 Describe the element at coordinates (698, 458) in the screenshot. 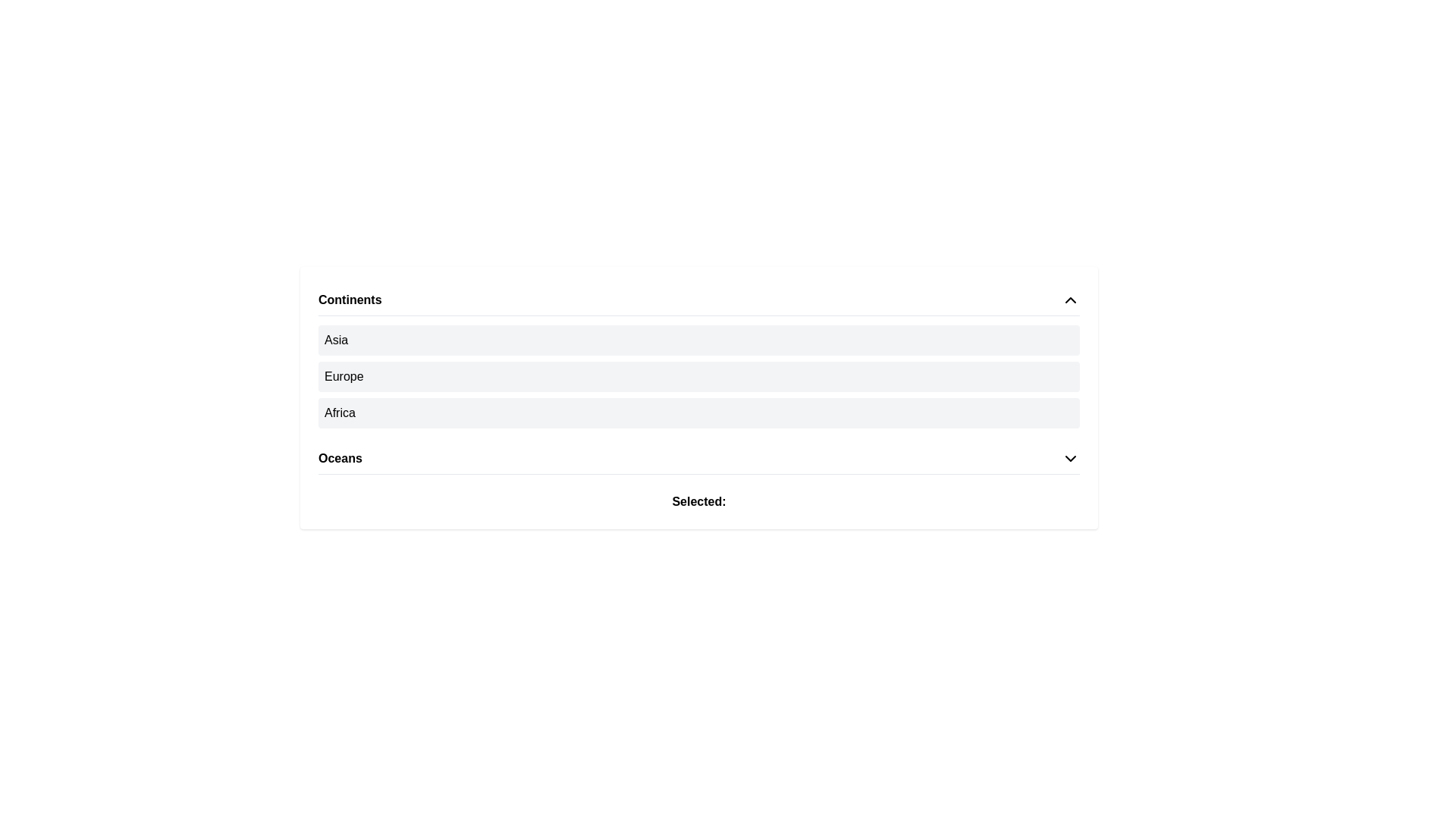

I see `the dropdown trigger for the list item labeled 'Oceans'` at that location.